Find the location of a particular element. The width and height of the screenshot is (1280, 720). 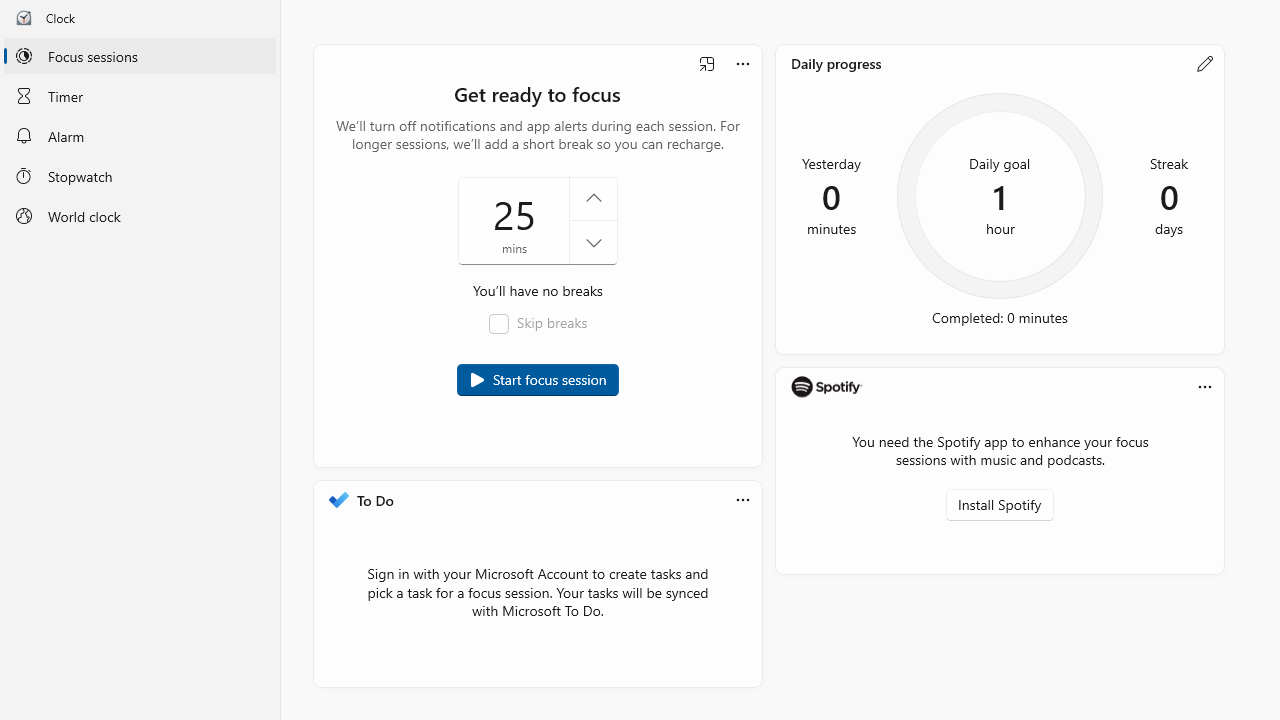

'Keep on top' is located at coordinates (707, 63).